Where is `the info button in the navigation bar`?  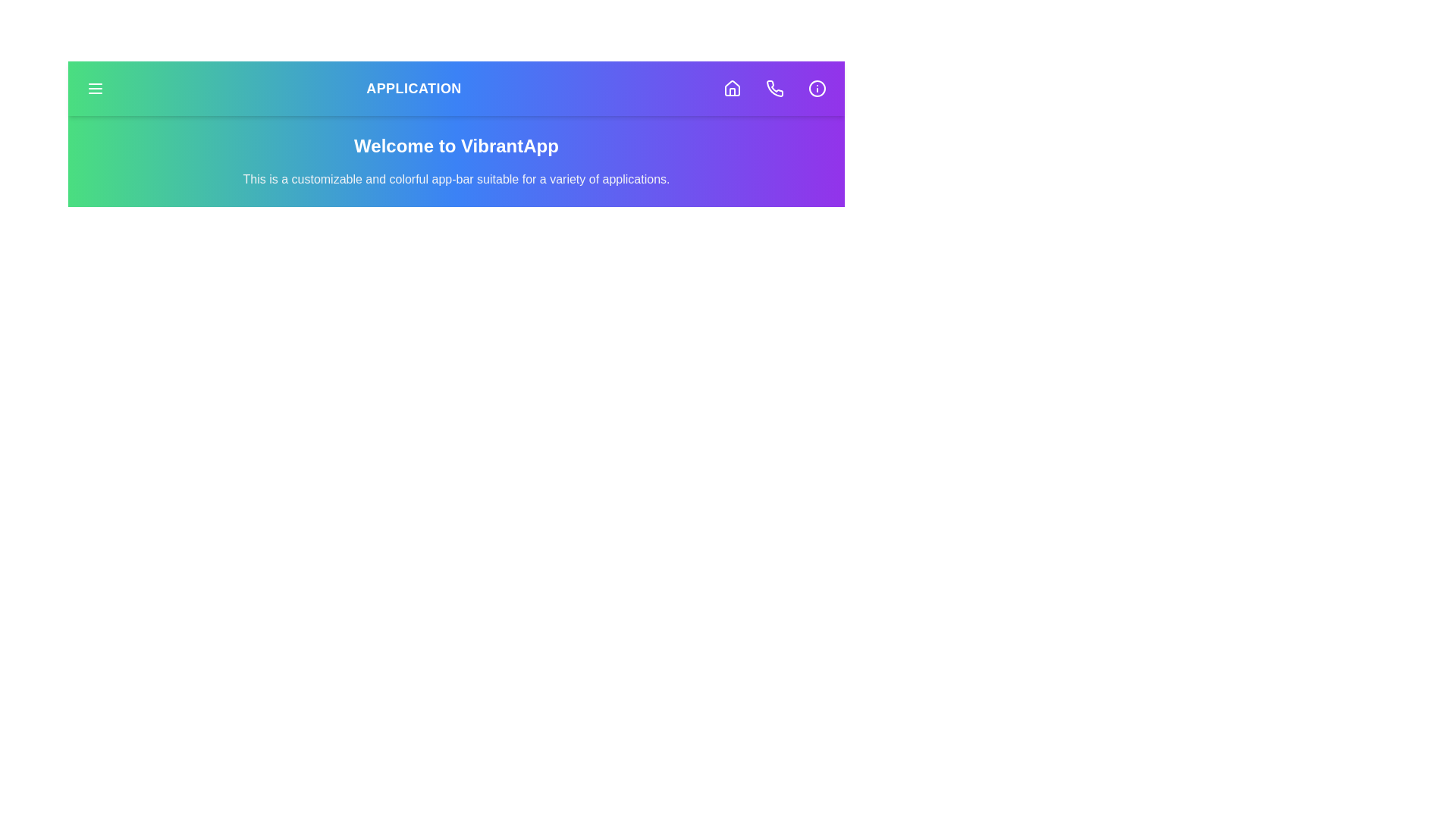
the info button in the navigation bar is located at coordinates (817, 88).